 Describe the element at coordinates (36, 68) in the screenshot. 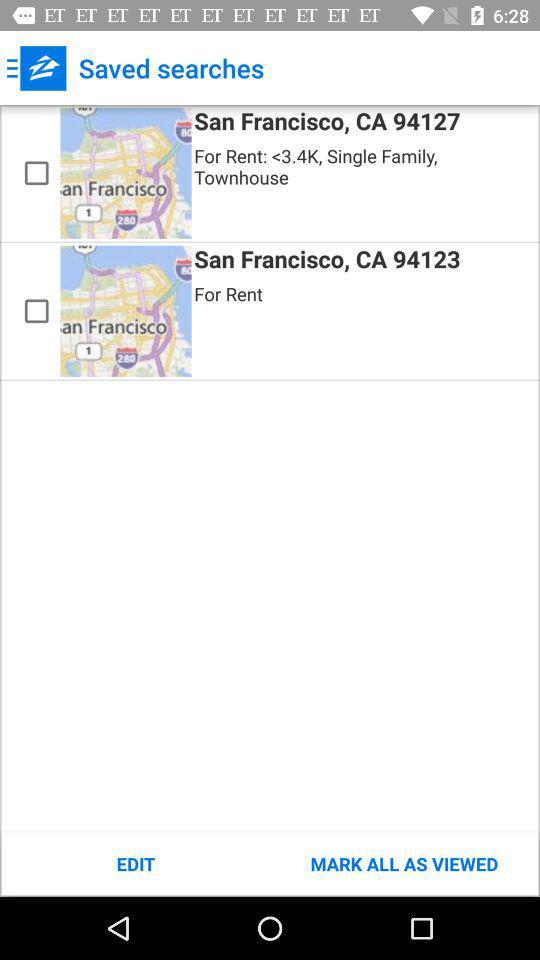

I see `the app to the left of the saved searches icon` at that location.